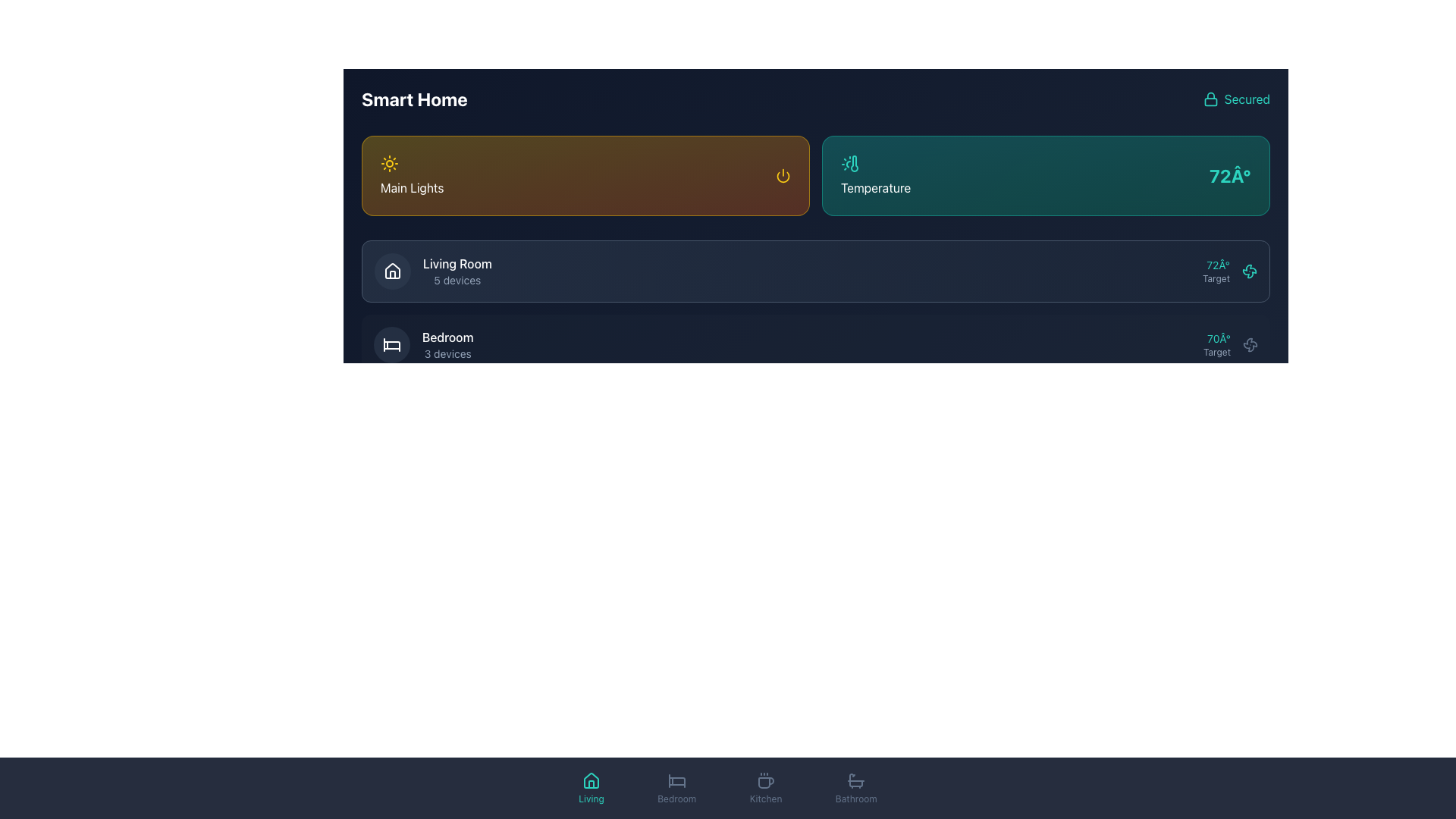  Describe the element at coordinates (1250, 491) in the screenshot. I see `the circular fan icon, which is colored in slate gray and located next to the '74° Target' text` at that location.